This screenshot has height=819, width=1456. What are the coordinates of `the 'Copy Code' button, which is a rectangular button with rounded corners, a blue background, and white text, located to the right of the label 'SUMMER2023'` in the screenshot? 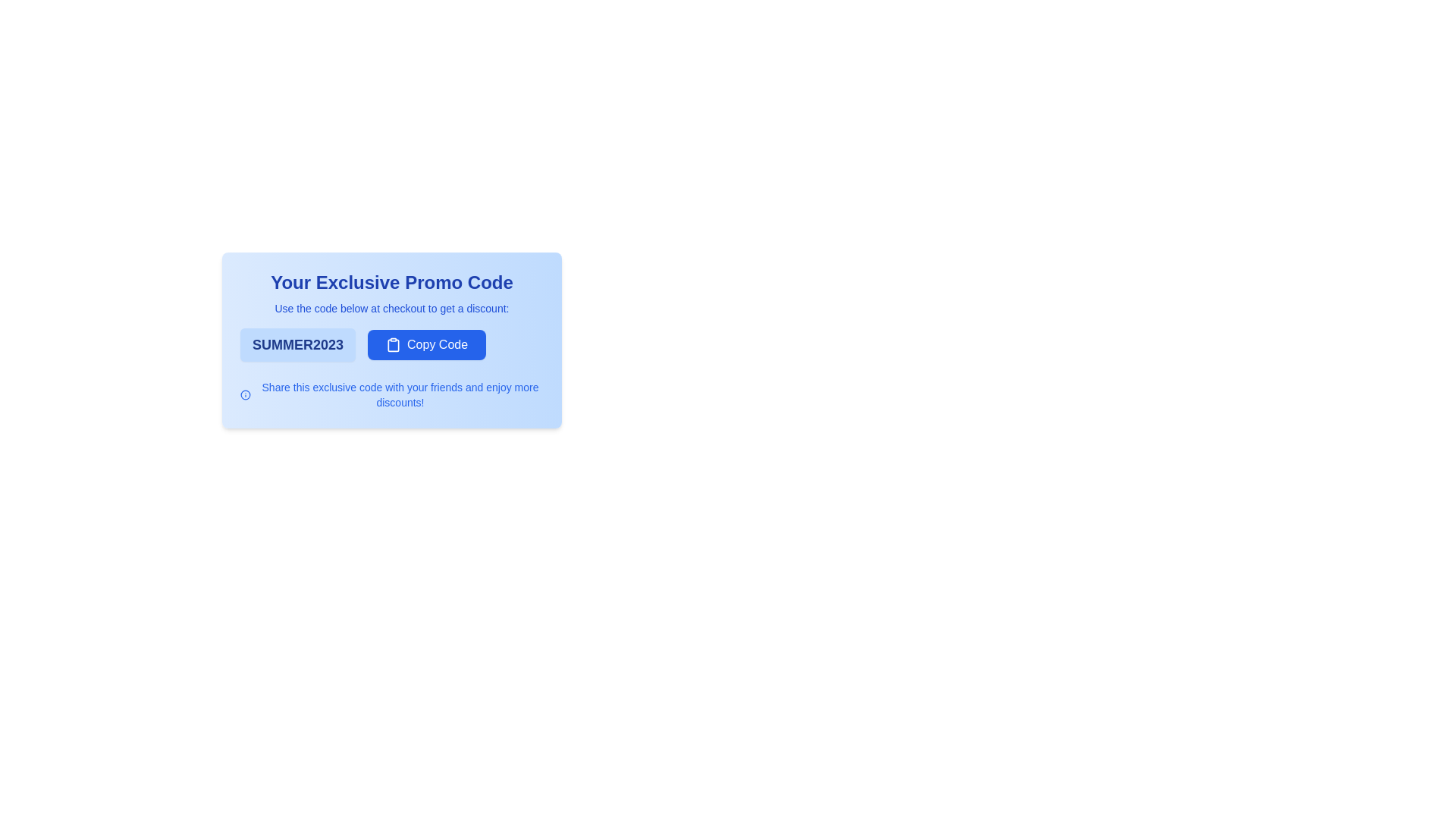 It's located at (426, 345).